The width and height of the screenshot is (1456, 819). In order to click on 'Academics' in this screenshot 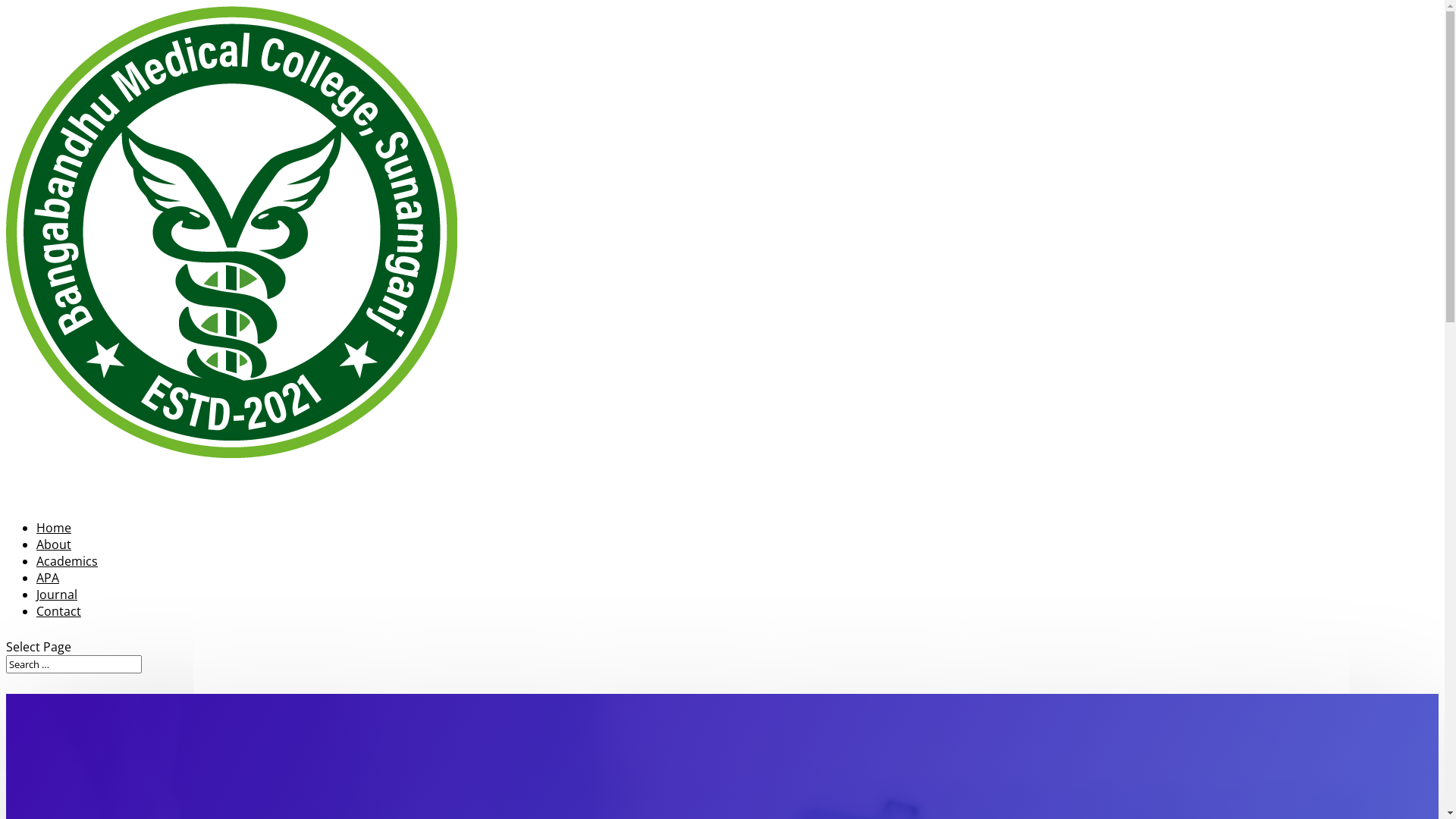, I will do `click(36, 583)`.